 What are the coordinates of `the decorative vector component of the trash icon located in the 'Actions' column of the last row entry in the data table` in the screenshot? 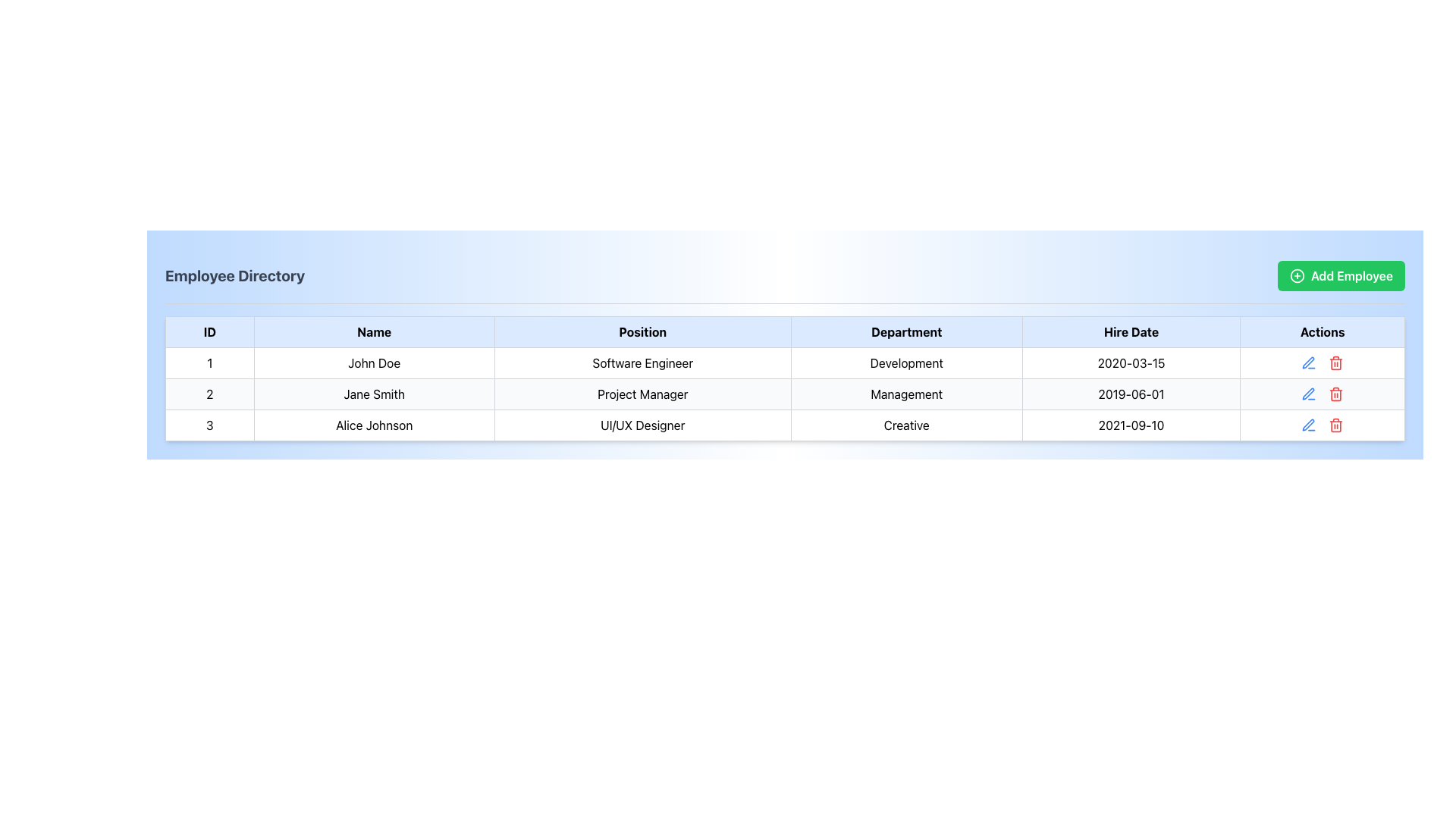 It's located at (1336, 426).